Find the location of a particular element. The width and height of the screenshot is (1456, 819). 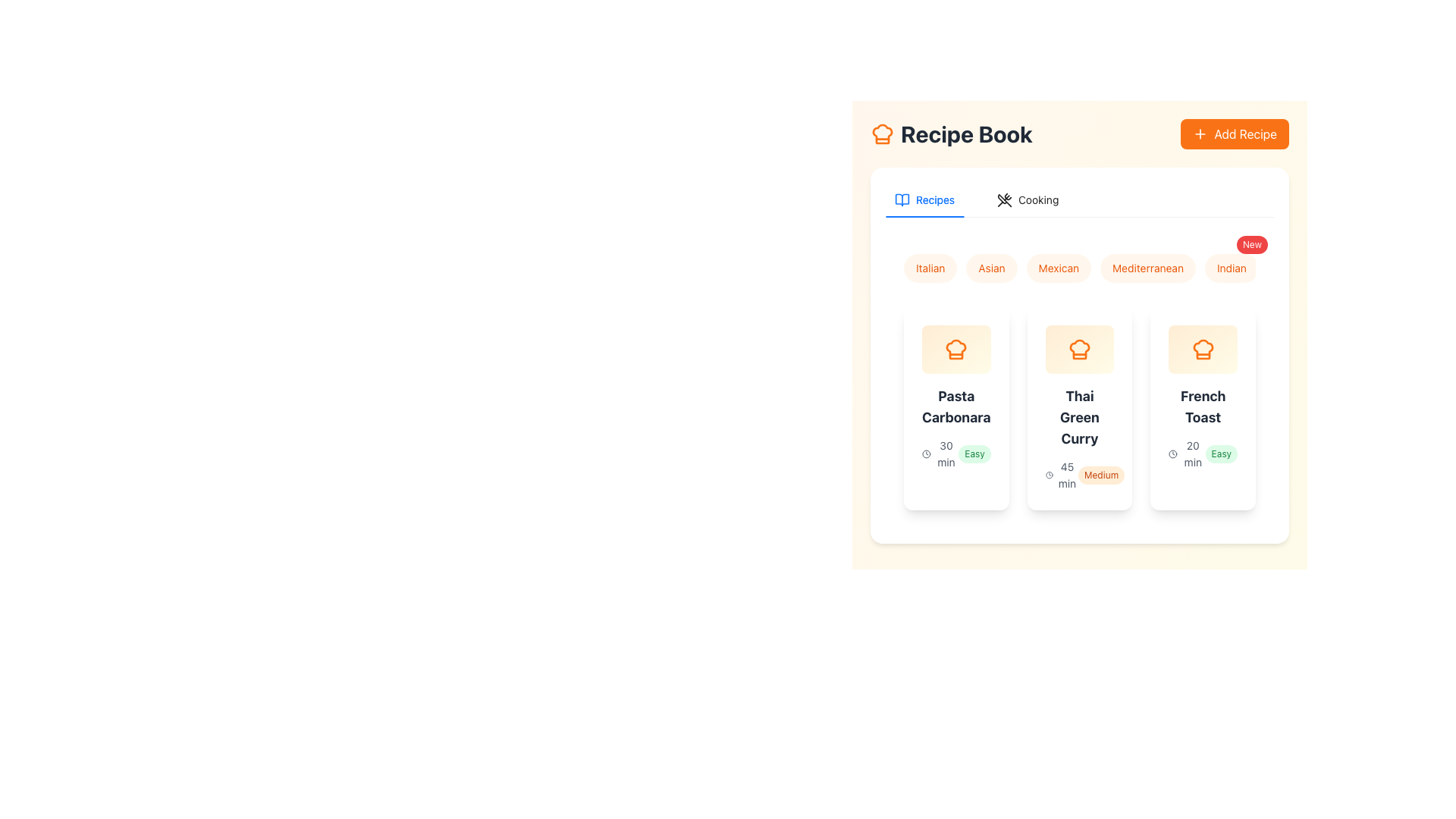

the Tab navigation bar is located at coordinates (1079, 199).